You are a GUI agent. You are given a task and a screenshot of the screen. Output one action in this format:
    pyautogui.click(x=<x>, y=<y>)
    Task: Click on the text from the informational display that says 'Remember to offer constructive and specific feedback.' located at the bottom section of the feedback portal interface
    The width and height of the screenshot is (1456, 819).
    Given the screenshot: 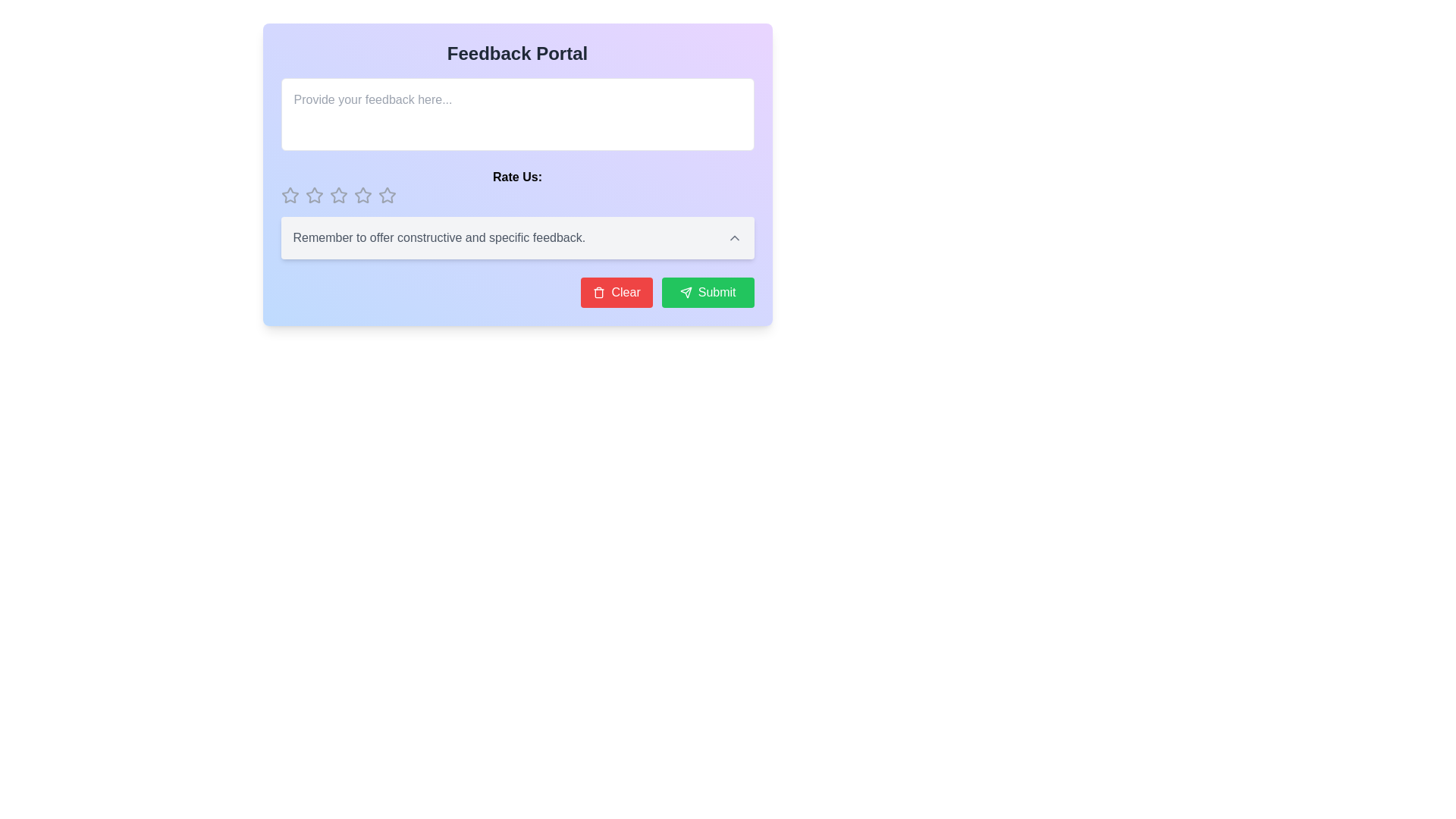 What is the action you would take?
    pyautogui.click(x=517, y=237)
    